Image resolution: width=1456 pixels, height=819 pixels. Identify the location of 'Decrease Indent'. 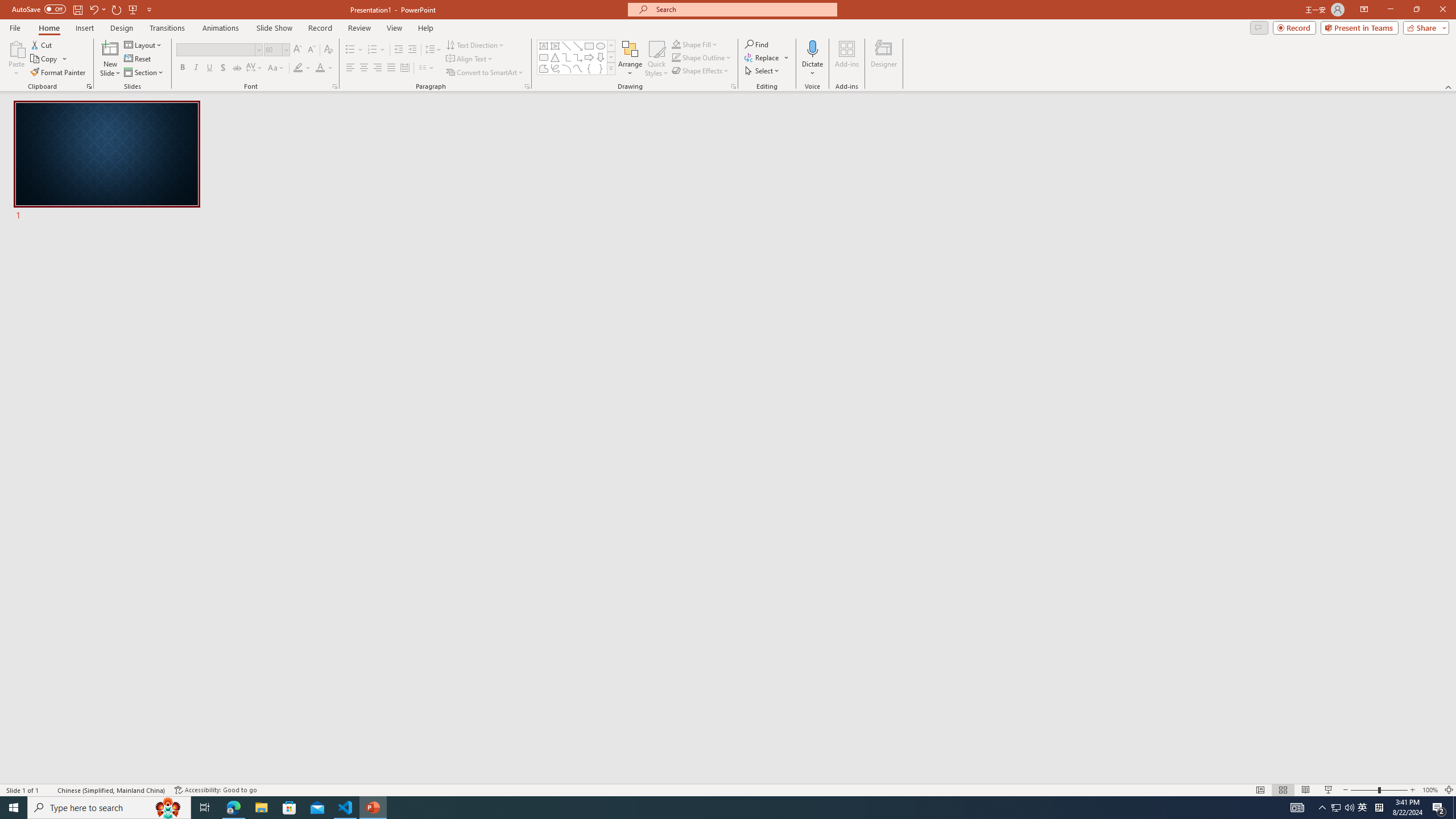
(399, 49).